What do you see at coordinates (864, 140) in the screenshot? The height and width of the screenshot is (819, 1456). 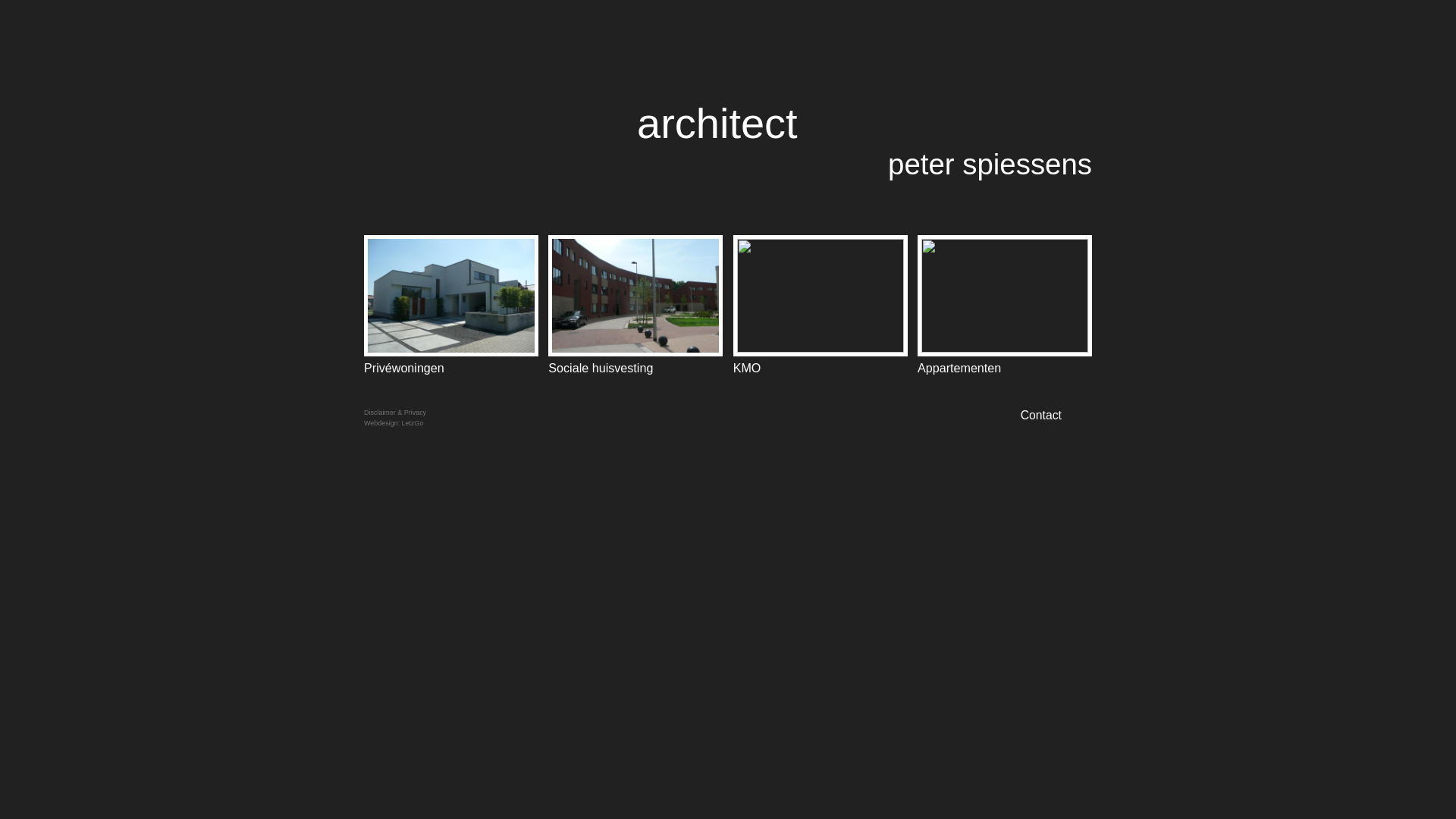 I see `'architect` at bounding box center [864, 140].